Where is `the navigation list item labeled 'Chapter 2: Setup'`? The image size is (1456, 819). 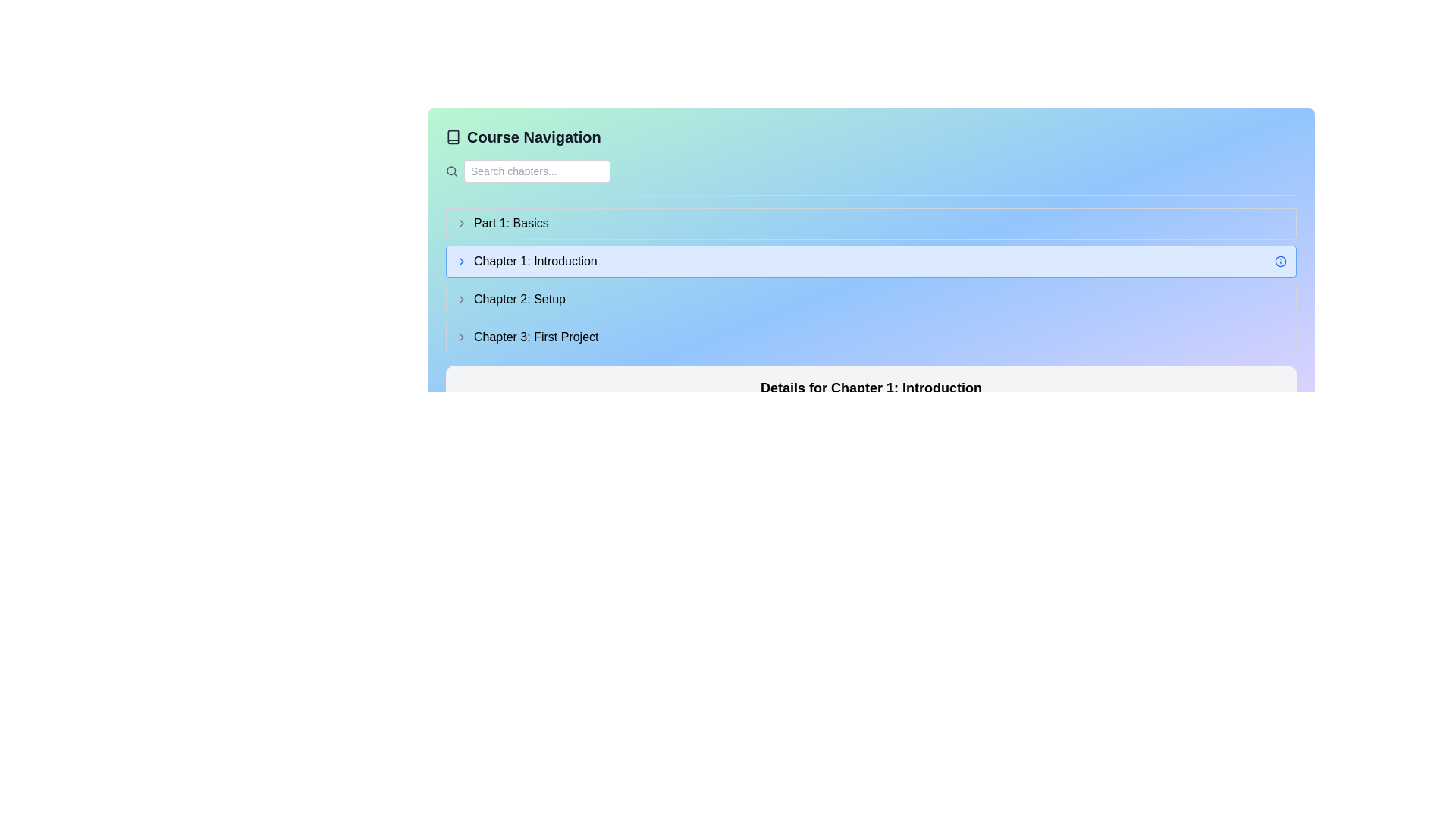 the navigation list item labeled 'Chapter 2: Setup' is located at coordinates (871, 299).